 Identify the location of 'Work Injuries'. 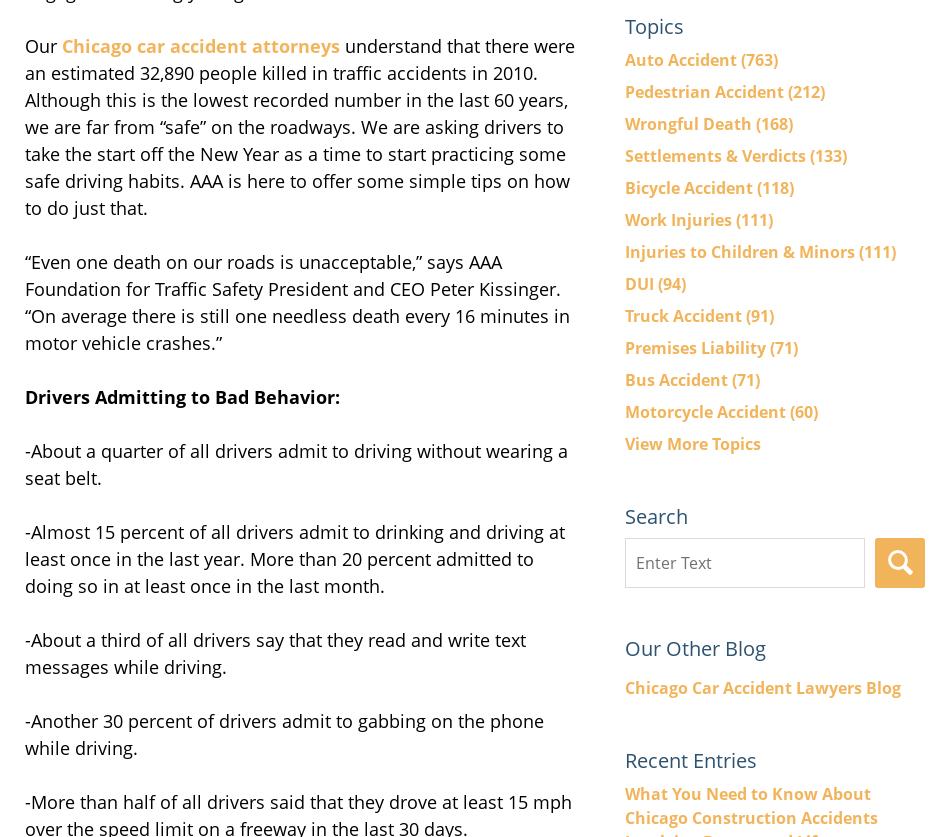
(625, 217).